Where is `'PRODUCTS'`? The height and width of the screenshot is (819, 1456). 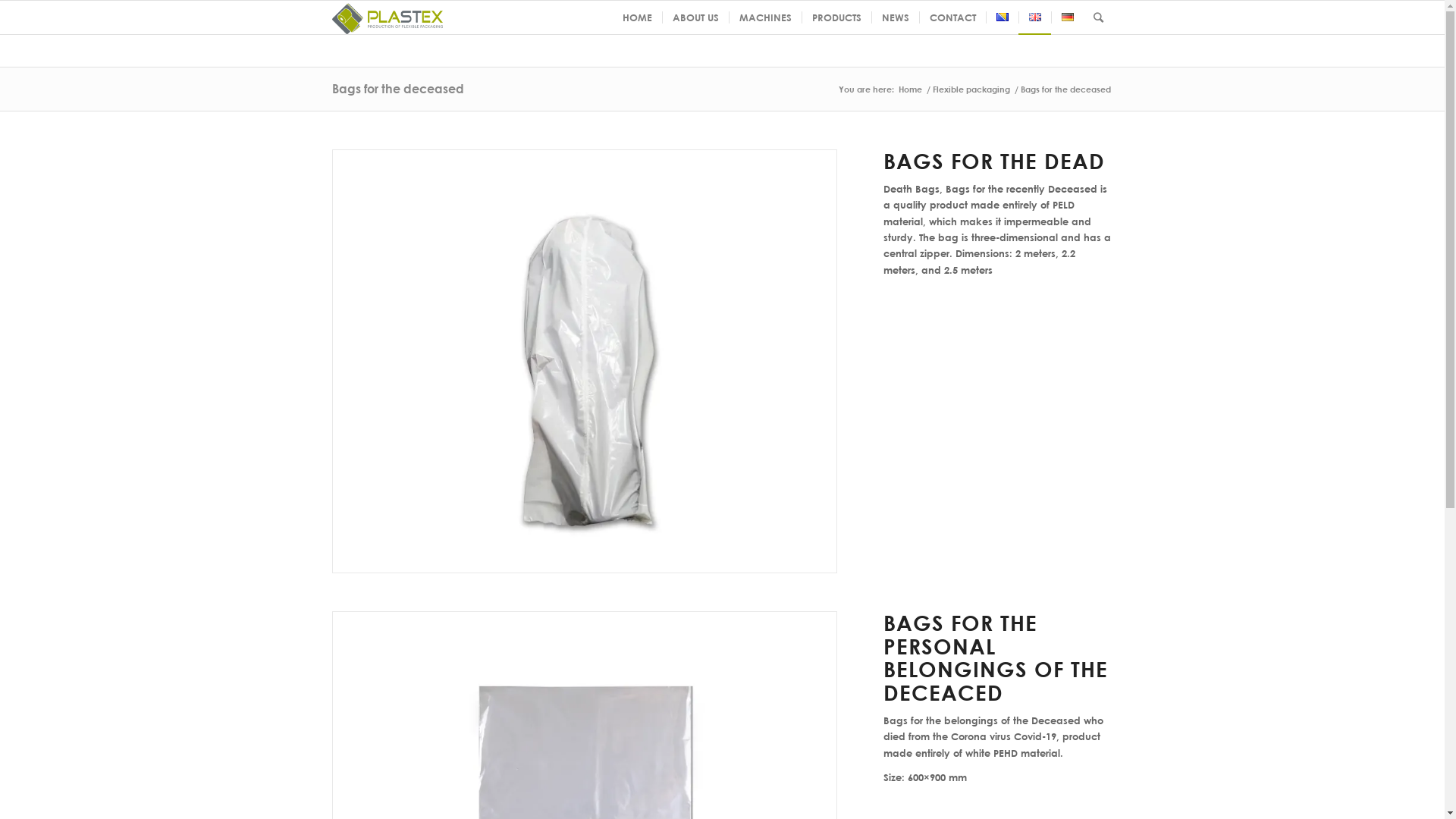 'PRODUCTS' is located at coordinates (835, 17).